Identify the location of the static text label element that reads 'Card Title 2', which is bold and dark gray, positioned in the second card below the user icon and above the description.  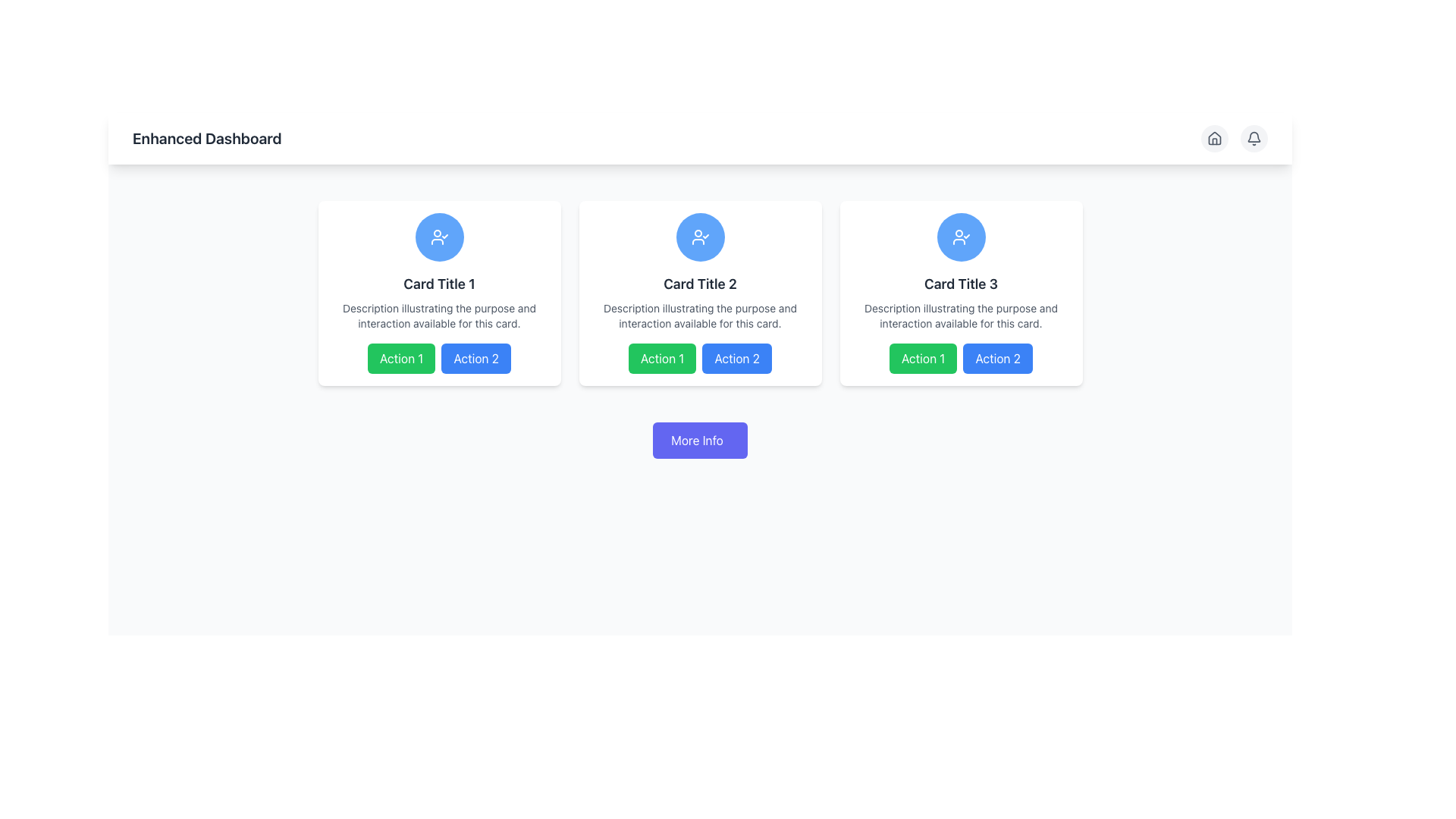
(699, 284).